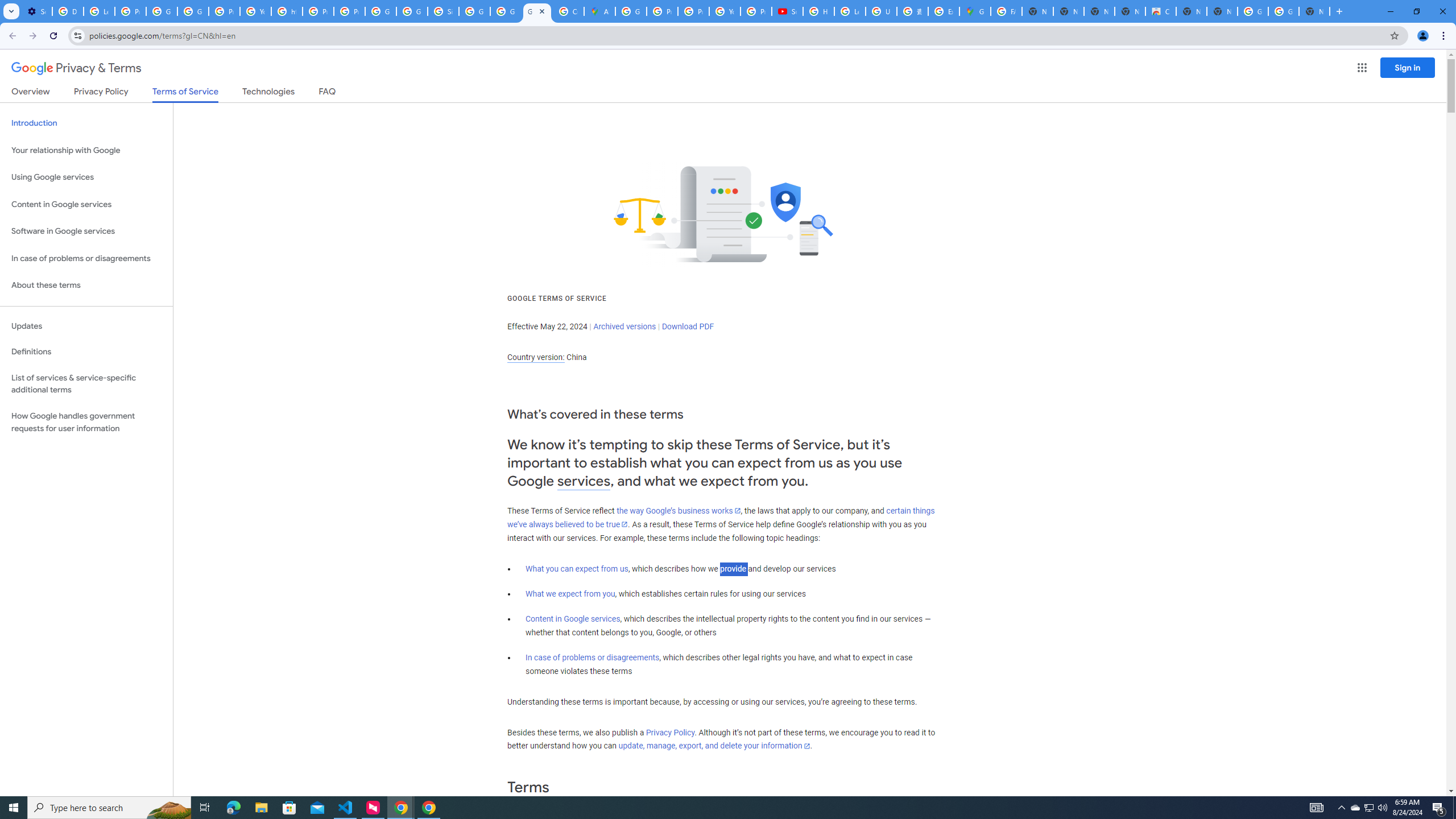 The height and width of the screenshot is (819, 1456). What do you see at coordinates (86, 422) in the screenshot?
I see `'How Google handles government requests for user information'` at bounding box center [86, 422].